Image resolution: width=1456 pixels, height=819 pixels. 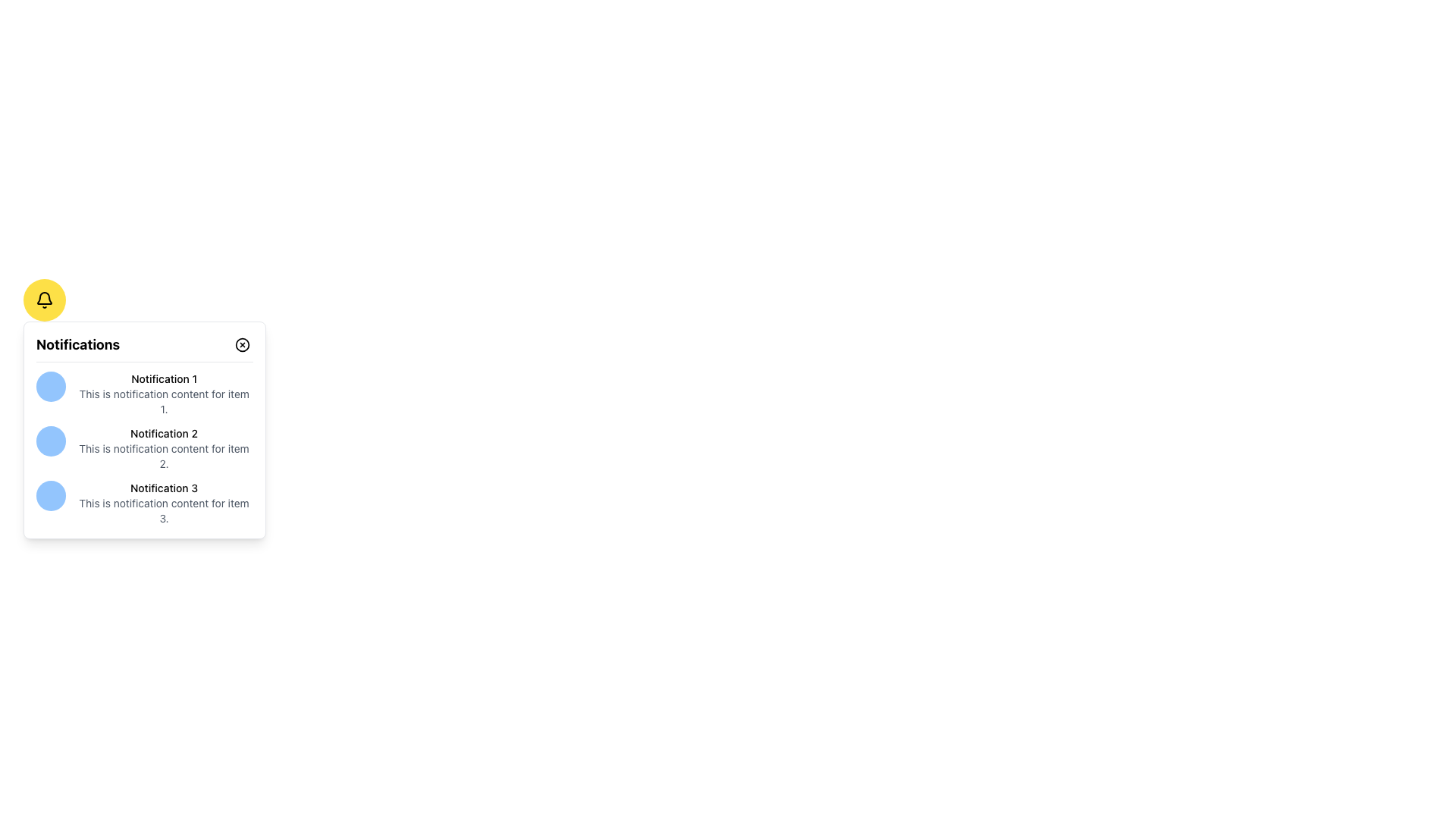 What do you see at coordinates (164, 511) in the screenshot?
I see `content displayed in the Text Display for 'Notification 3', which is located directly below the title text of the notification` at bounding box center [164, 511].